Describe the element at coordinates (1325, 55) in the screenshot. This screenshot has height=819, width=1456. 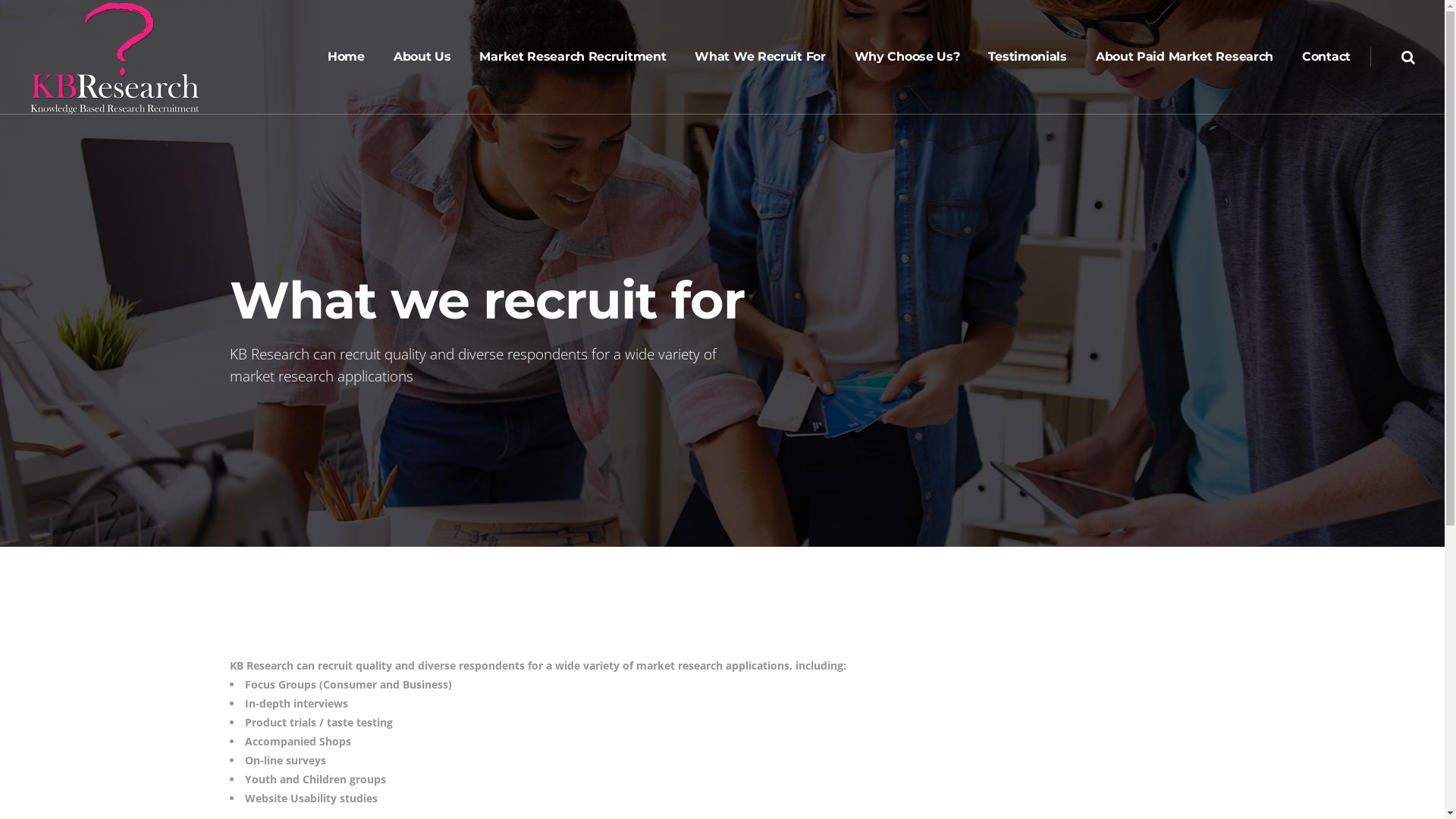
I see `'Contact'` at that location.